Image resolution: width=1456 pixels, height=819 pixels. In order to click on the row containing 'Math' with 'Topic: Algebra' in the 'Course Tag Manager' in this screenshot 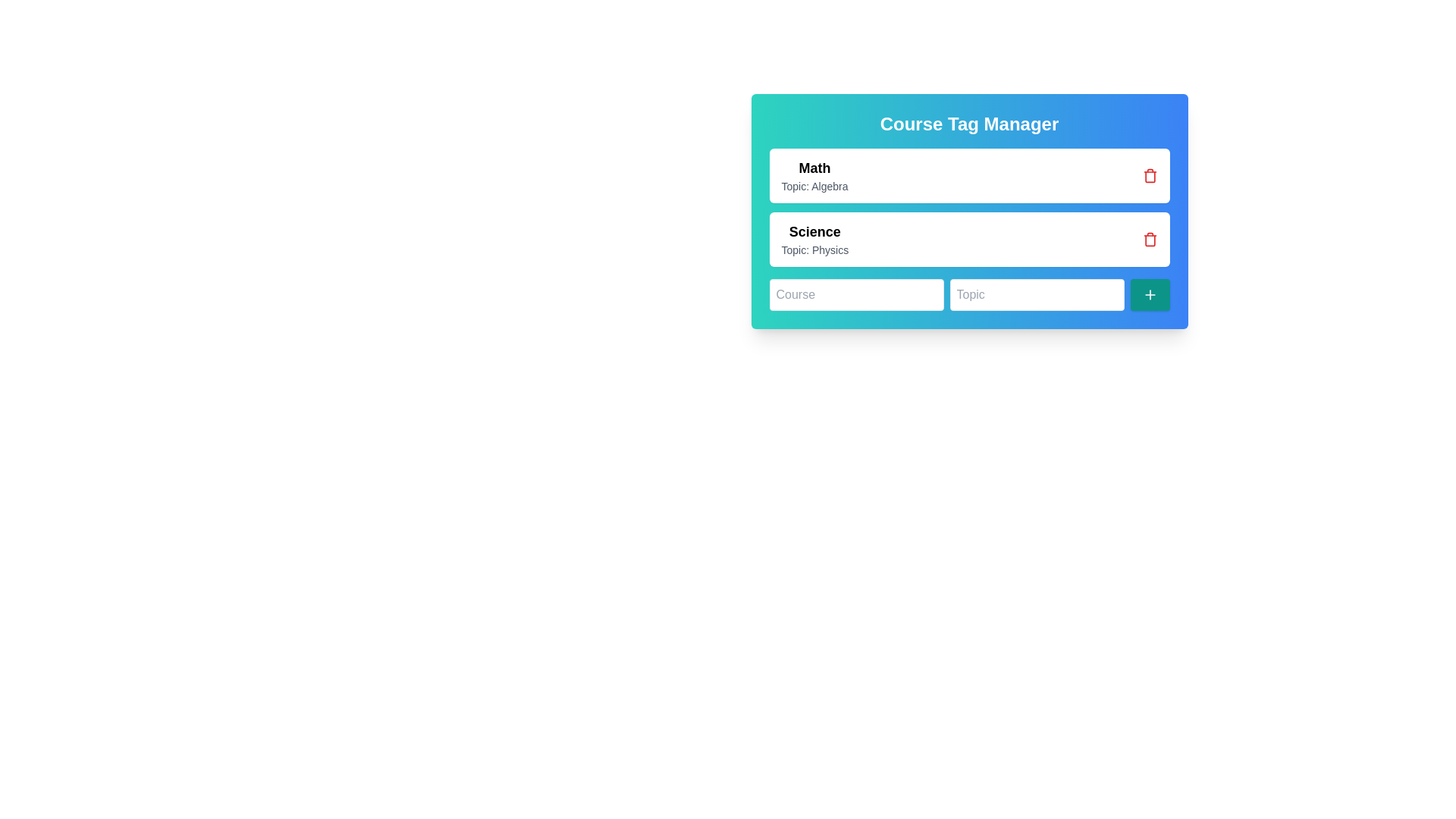, I will do `click(968, 207)`.